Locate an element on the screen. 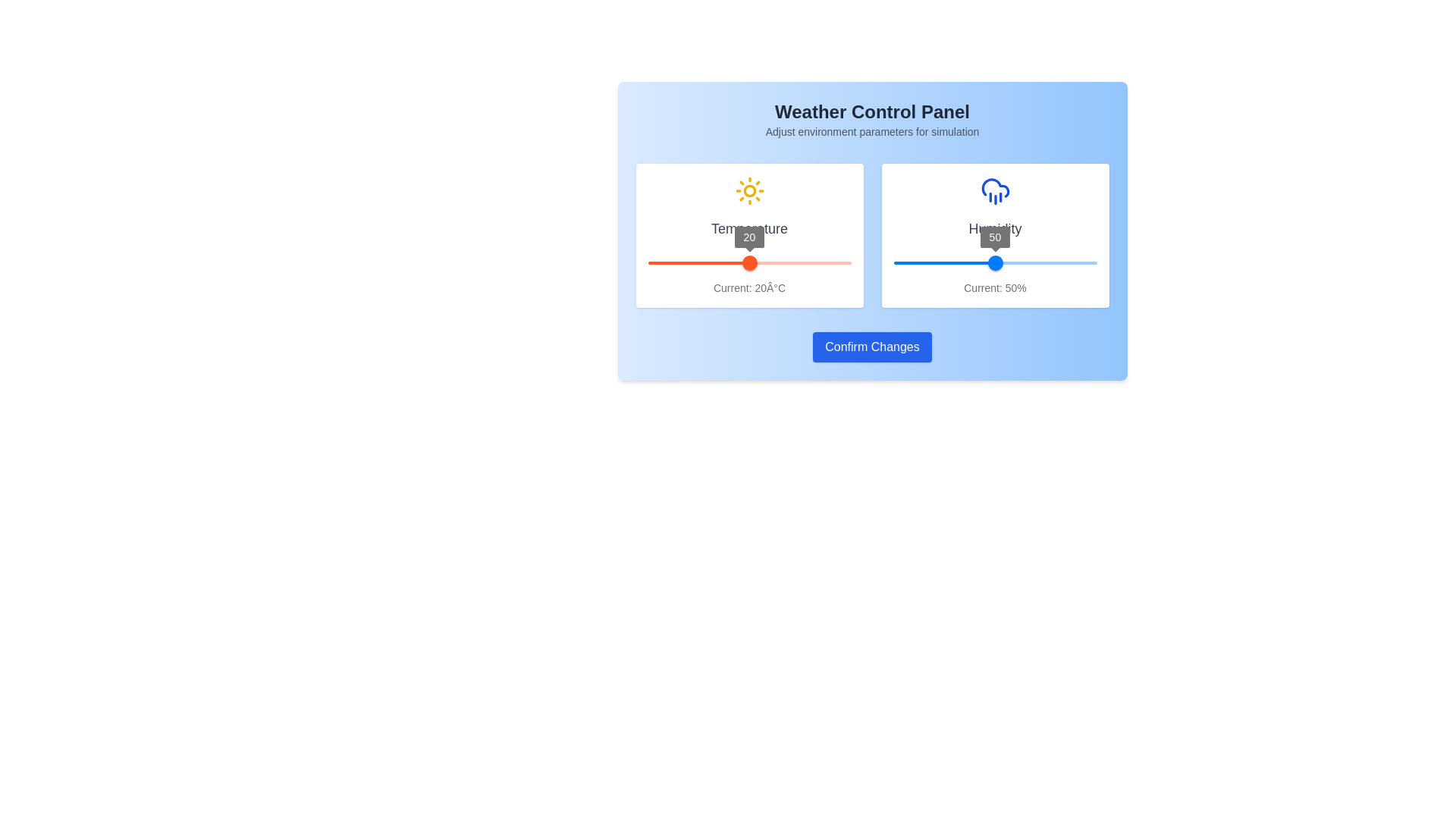 The image size is (1456, 819). the temperature is located at coordinates (701, 303).